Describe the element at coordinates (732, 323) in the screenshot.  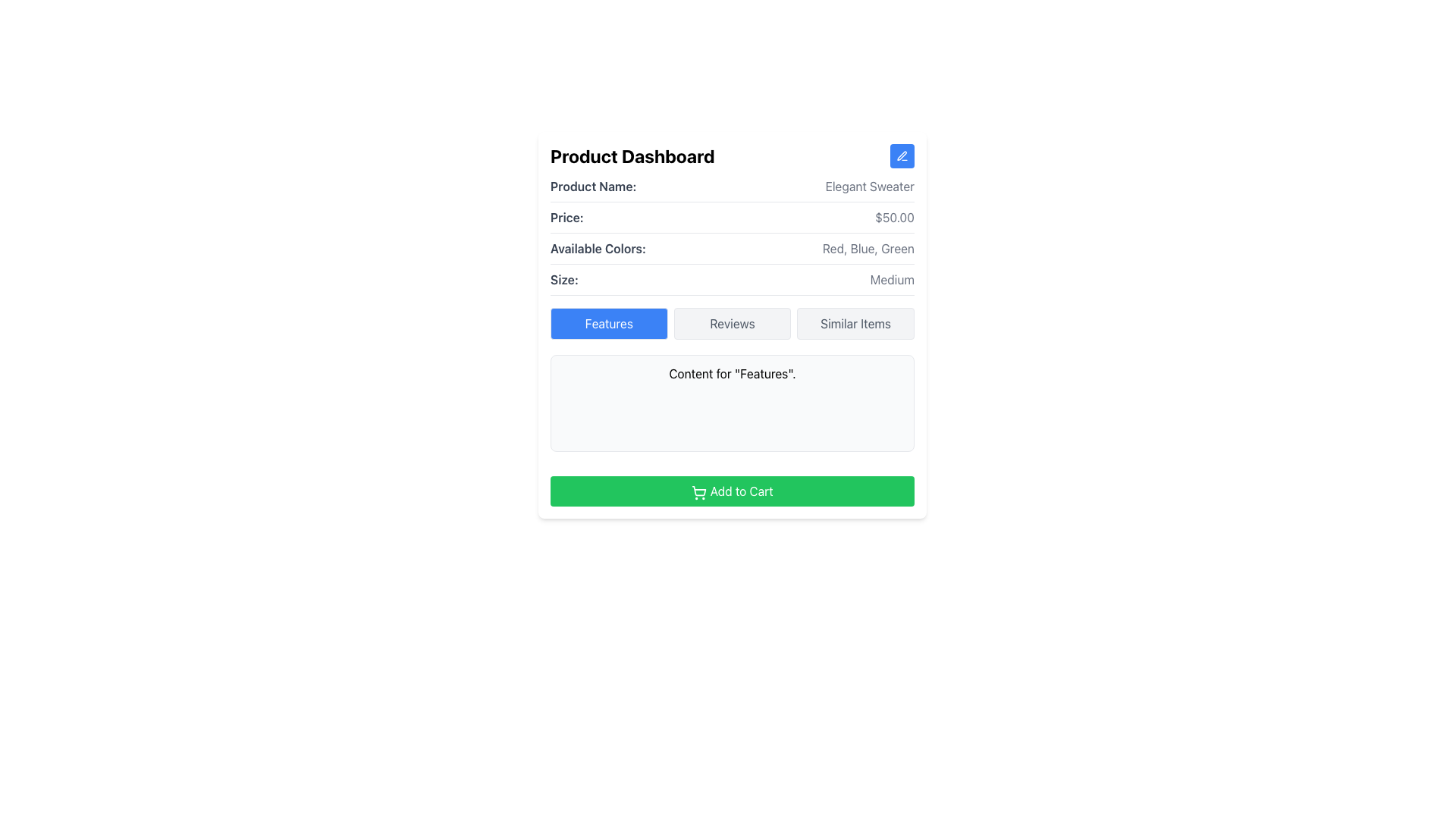
I see `the 'Reviews' button, which is a rectangular button with a light gray background and dark gray text` at that location.